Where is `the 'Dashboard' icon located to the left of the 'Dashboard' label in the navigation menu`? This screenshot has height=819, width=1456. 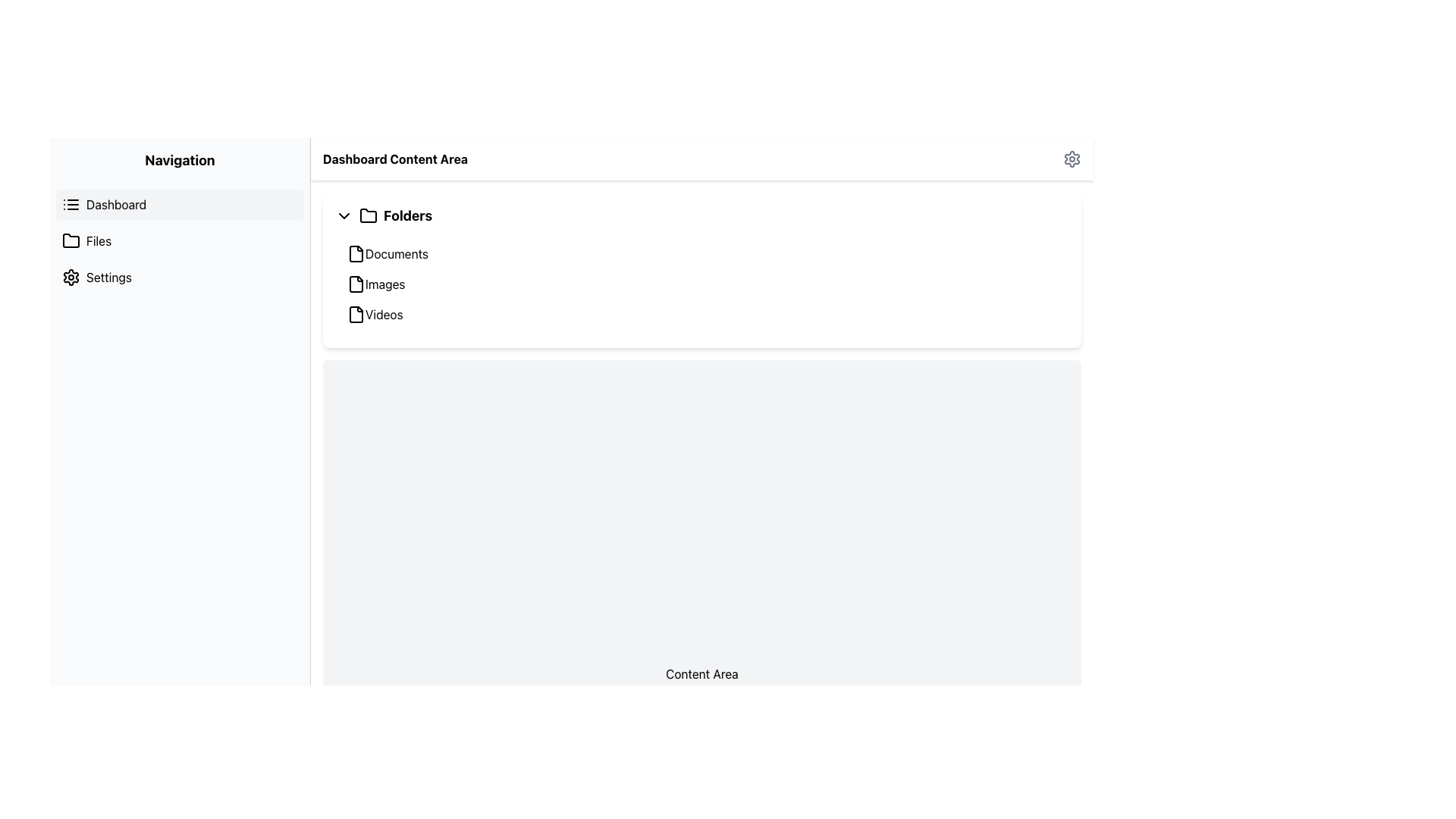 the 'Dashboard' icon located to the left of the 'Dashboard' label in the navigation menu is located at coordinates (71, 205).